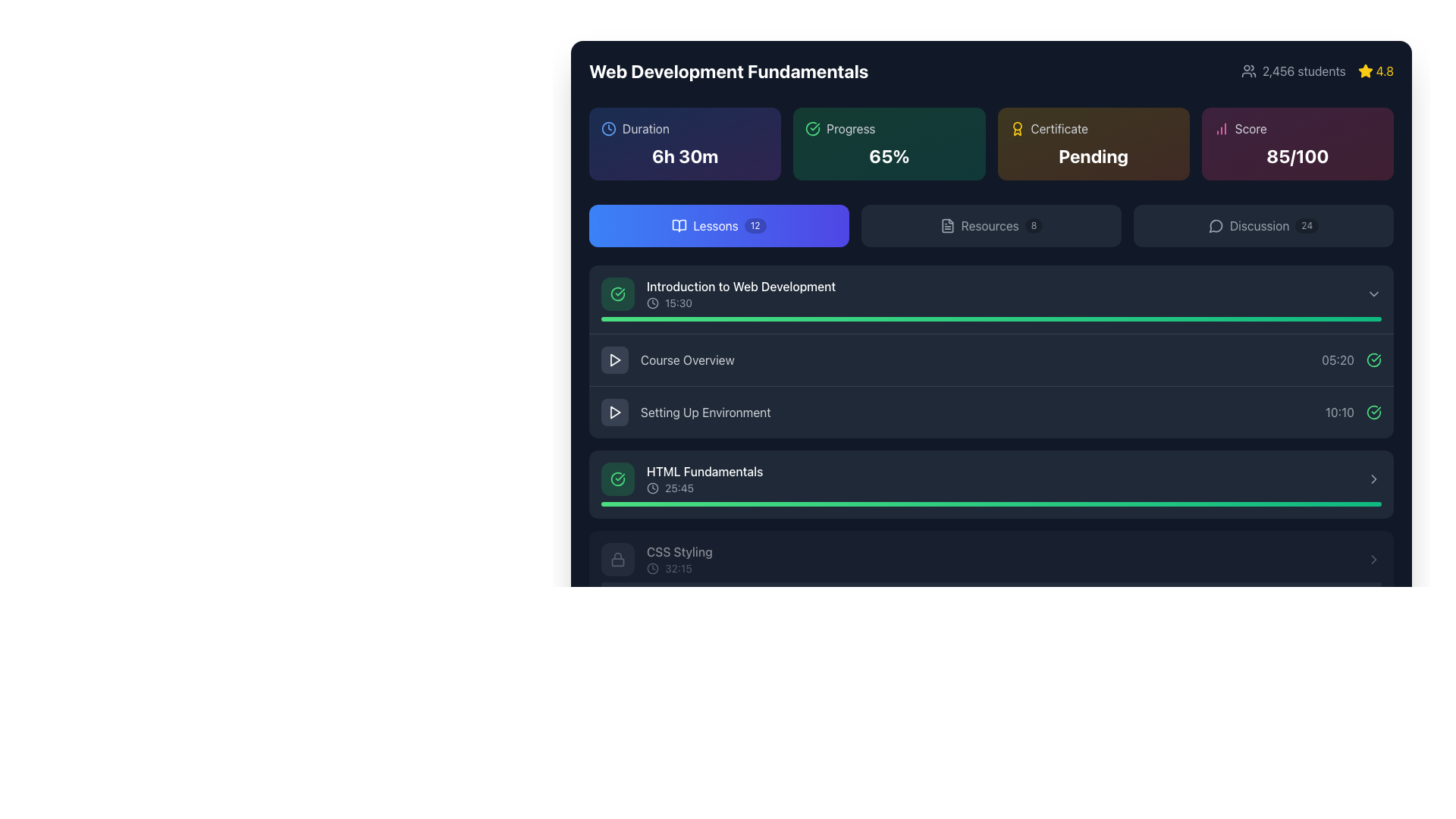 The image size is (1456, 819). Describe the element at coordinates (1385, 71) in the screenshot. I see `the static text displaying the rating '4.8', which is prominently styled in yellow and positioned to the right of a small star icon in the top right corner of the interface` at that location.